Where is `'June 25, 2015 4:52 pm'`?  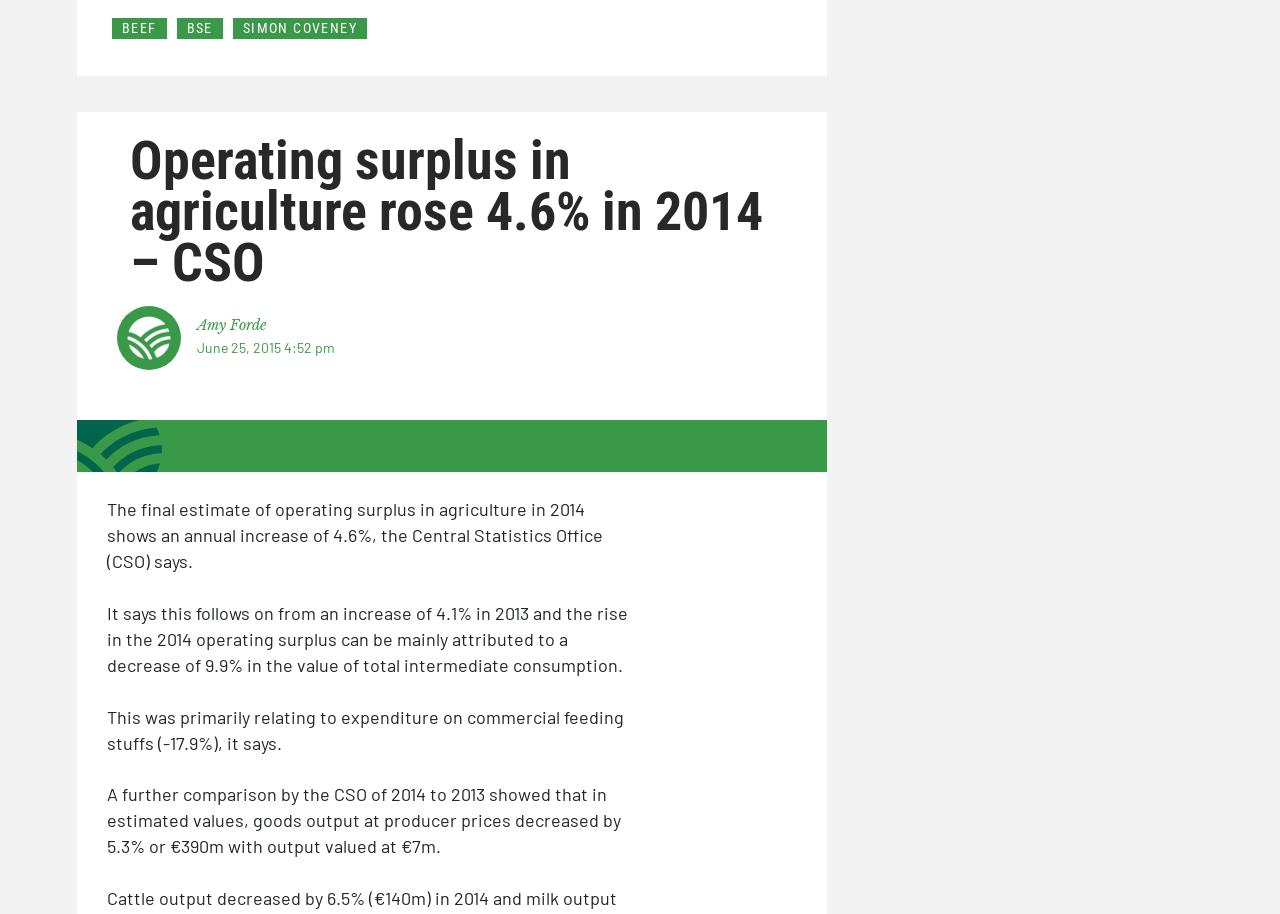 'June 25, 2015 4:52 pm' is located at coordinates (264, 346).